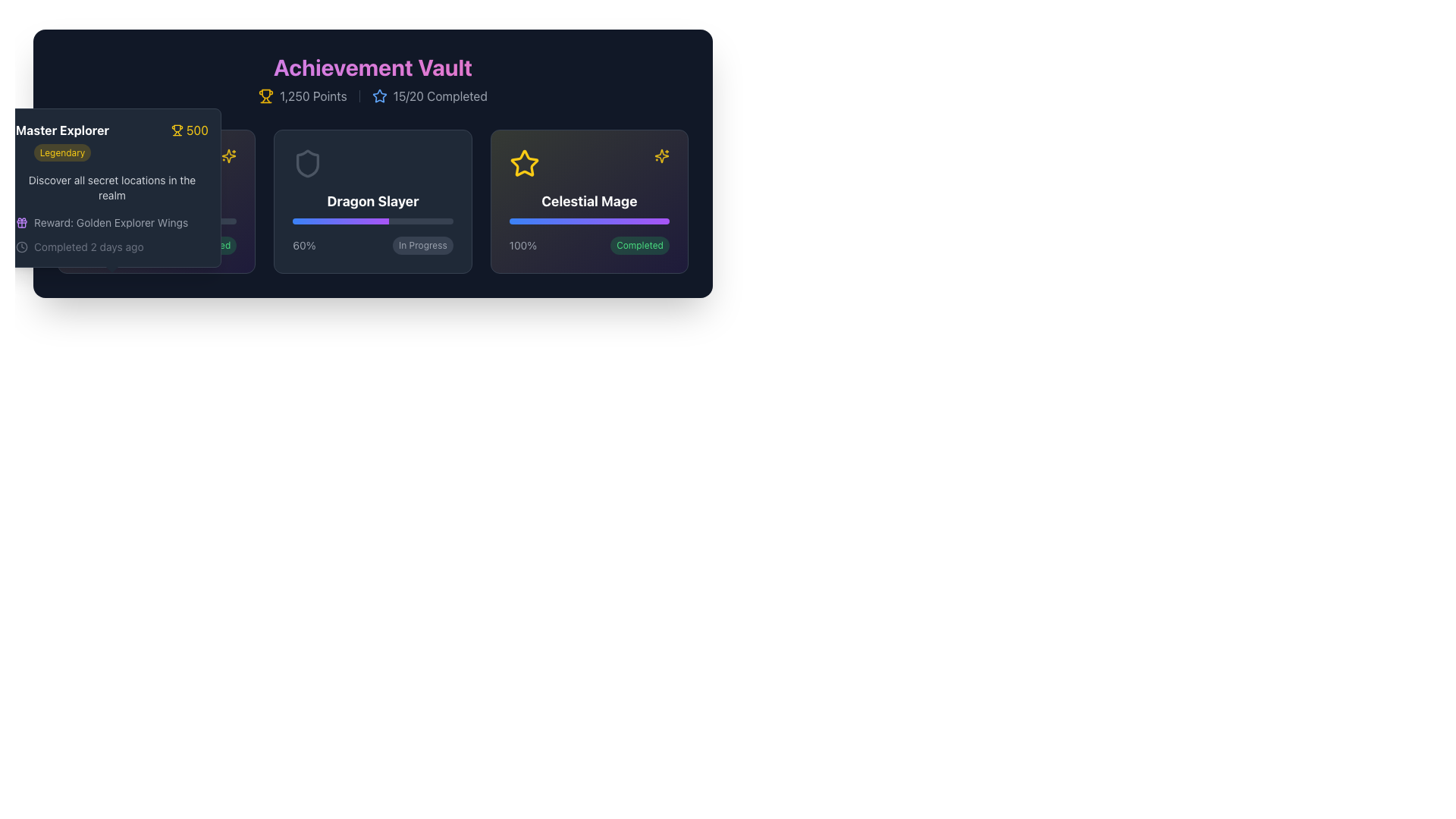 The width and height of the screenshot is (1456, 819). Describe the element at coordinates (372, 201) in the screenshot. I see `the 'Dragon Slayer' achievement progress display card, which features a dark background, bold white title, a blue to purple progress bar, and gray text indicating '60% In Progress', to delve deeper into its details` at that location.